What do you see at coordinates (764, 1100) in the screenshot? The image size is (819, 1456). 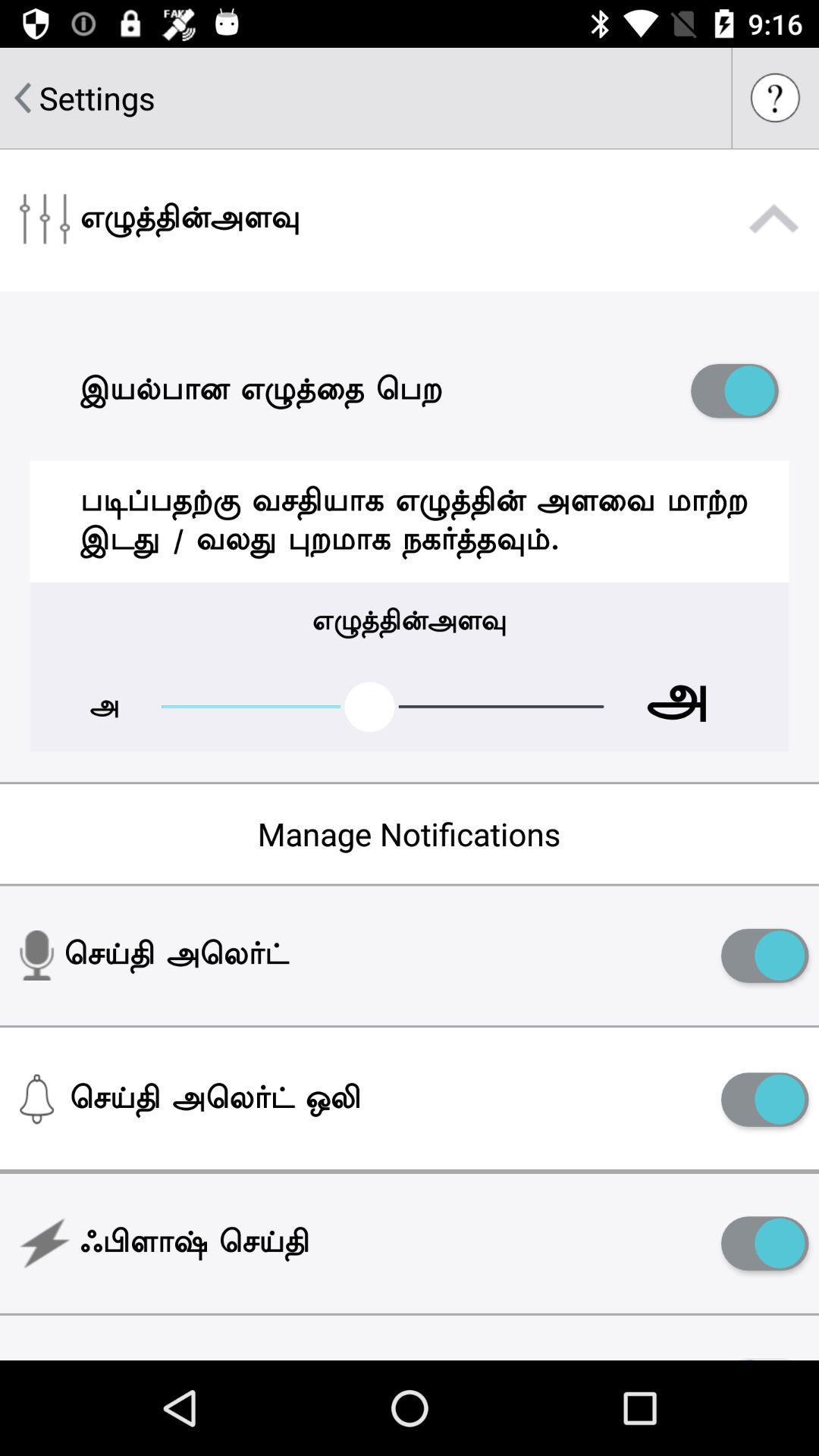 I see `notifictions` at bounding box center [764, 1100].